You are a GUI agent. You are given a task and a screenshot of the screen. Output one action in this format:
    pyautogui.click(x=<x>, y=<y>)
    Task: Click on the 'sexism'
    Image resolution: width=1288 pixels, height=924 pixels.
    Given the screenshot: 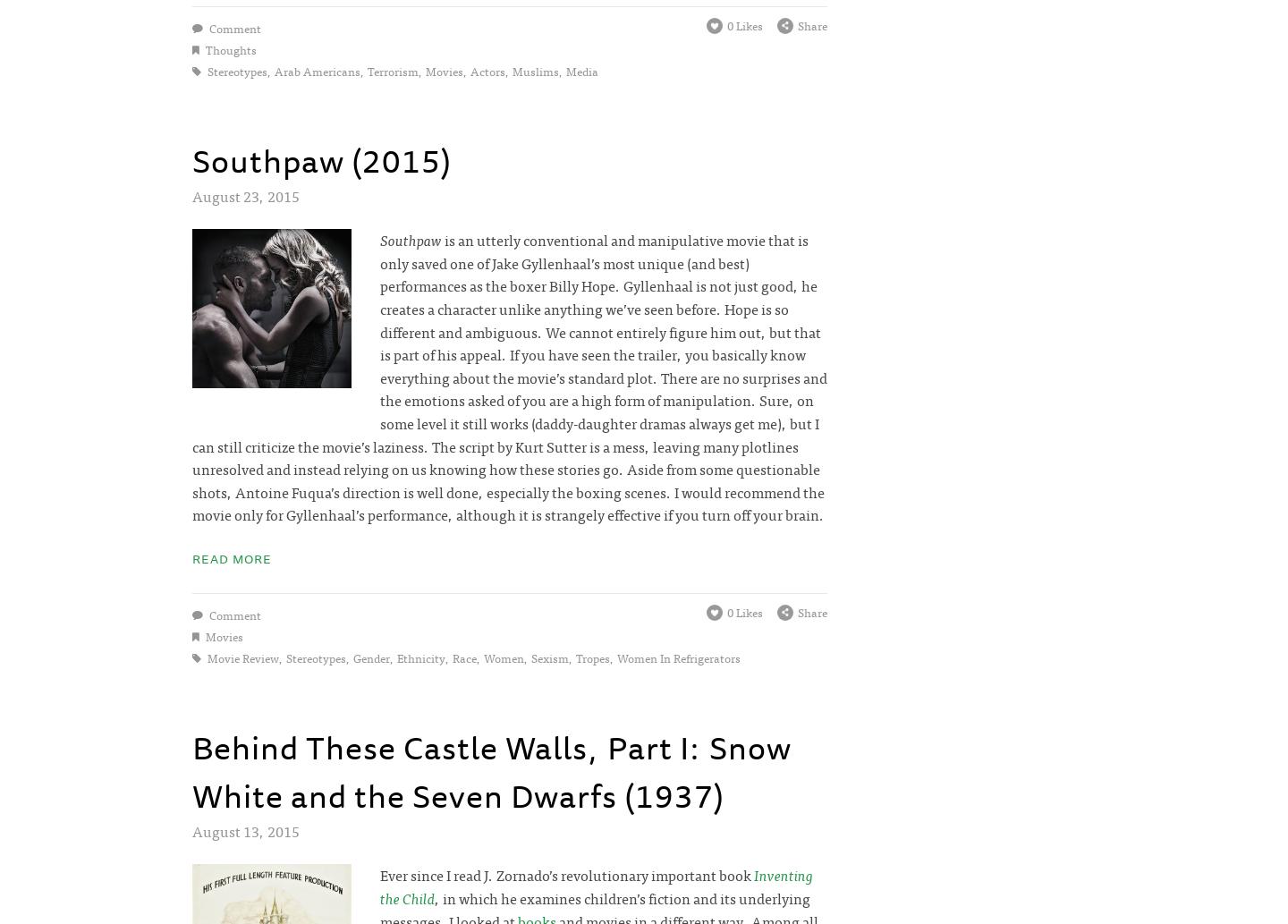 What is the action you would take?
    pyautogui.click(x=548, y=657)
    